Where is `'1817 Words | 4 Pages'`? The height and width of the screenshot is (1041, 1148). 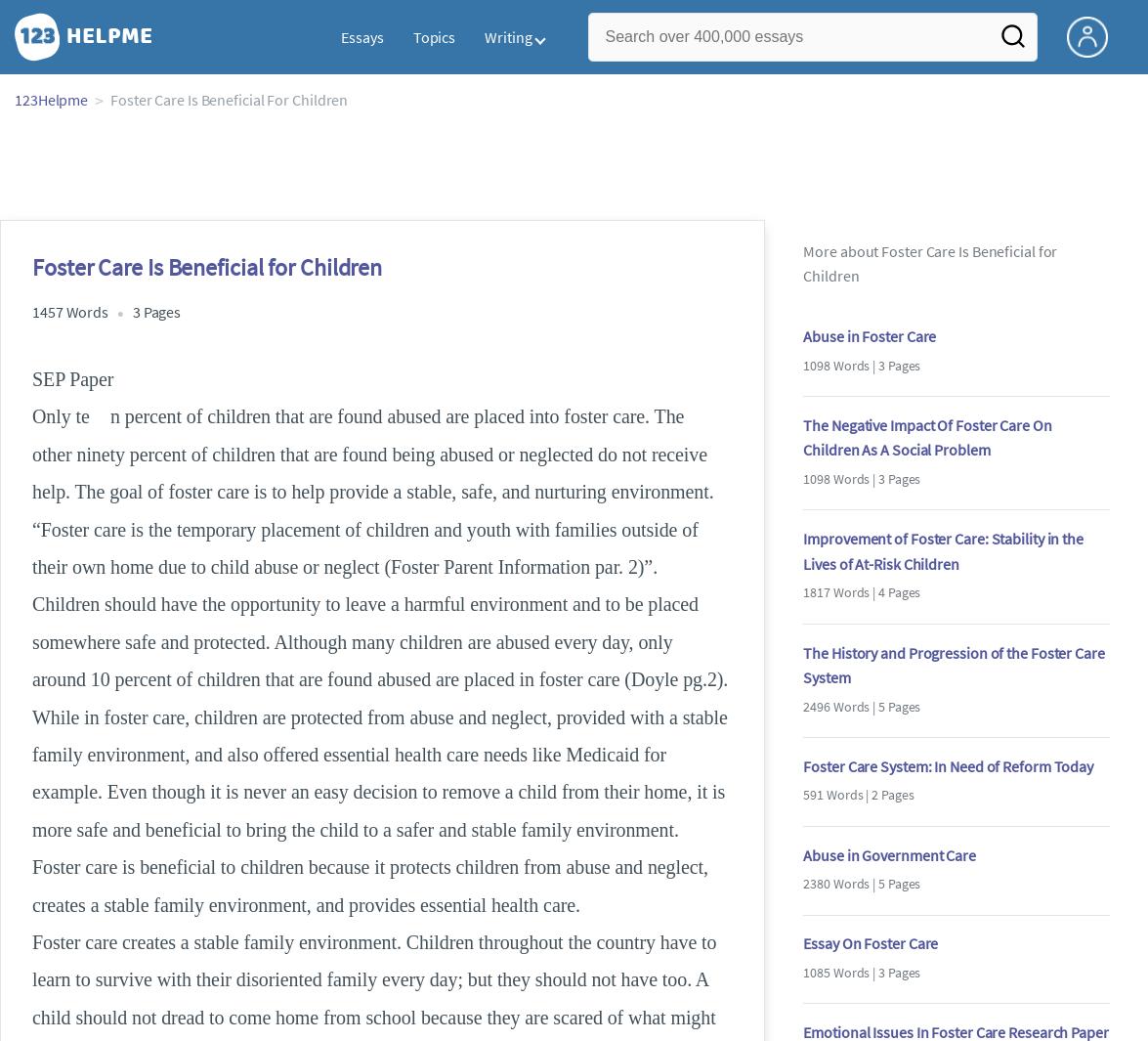
'1817 Words | 4 Pages' is located at coordinates (860, 591).